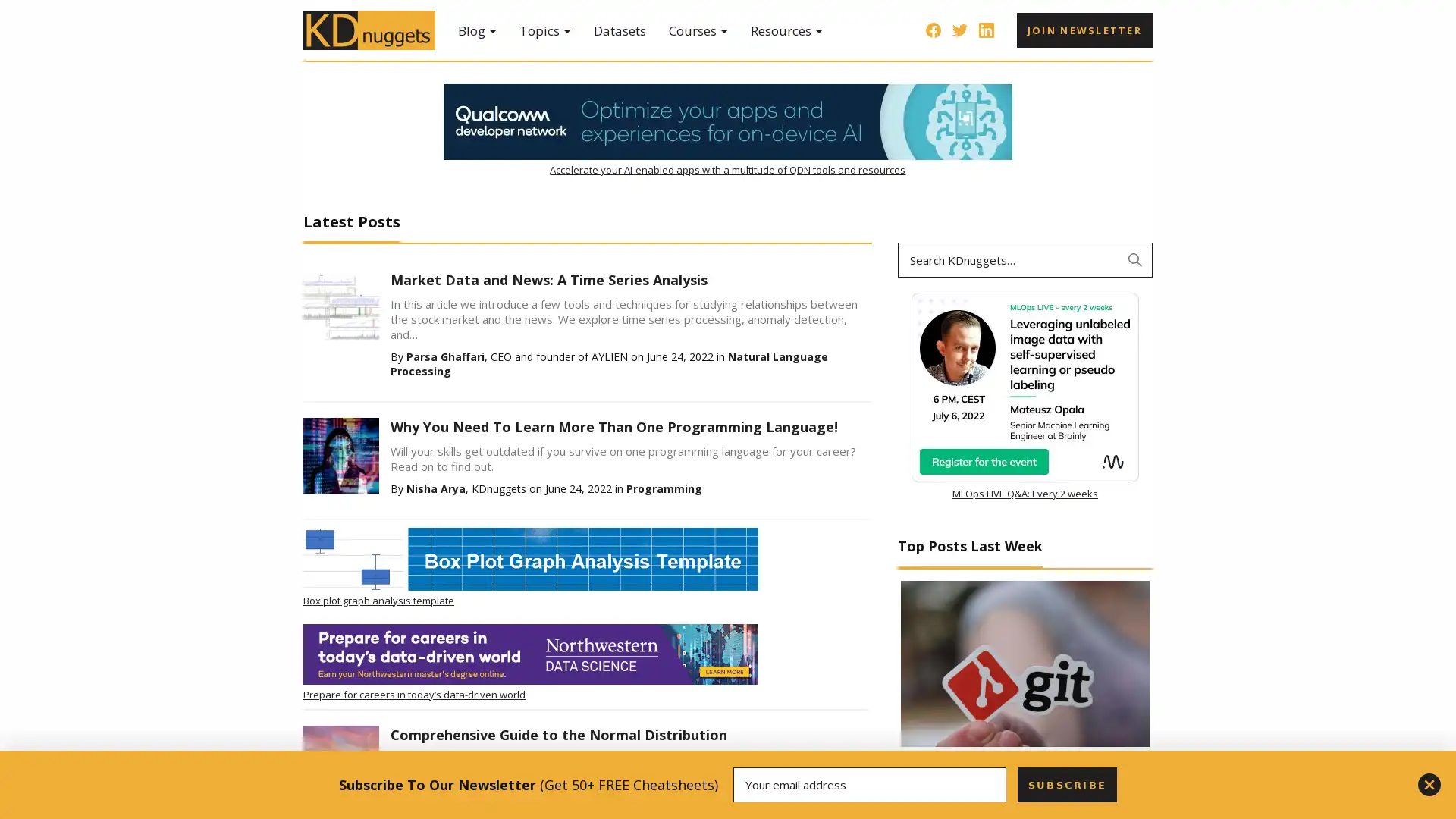 The height and width of the screenshot is (819, 1456). I want to click on Search, so click(1135, 259).